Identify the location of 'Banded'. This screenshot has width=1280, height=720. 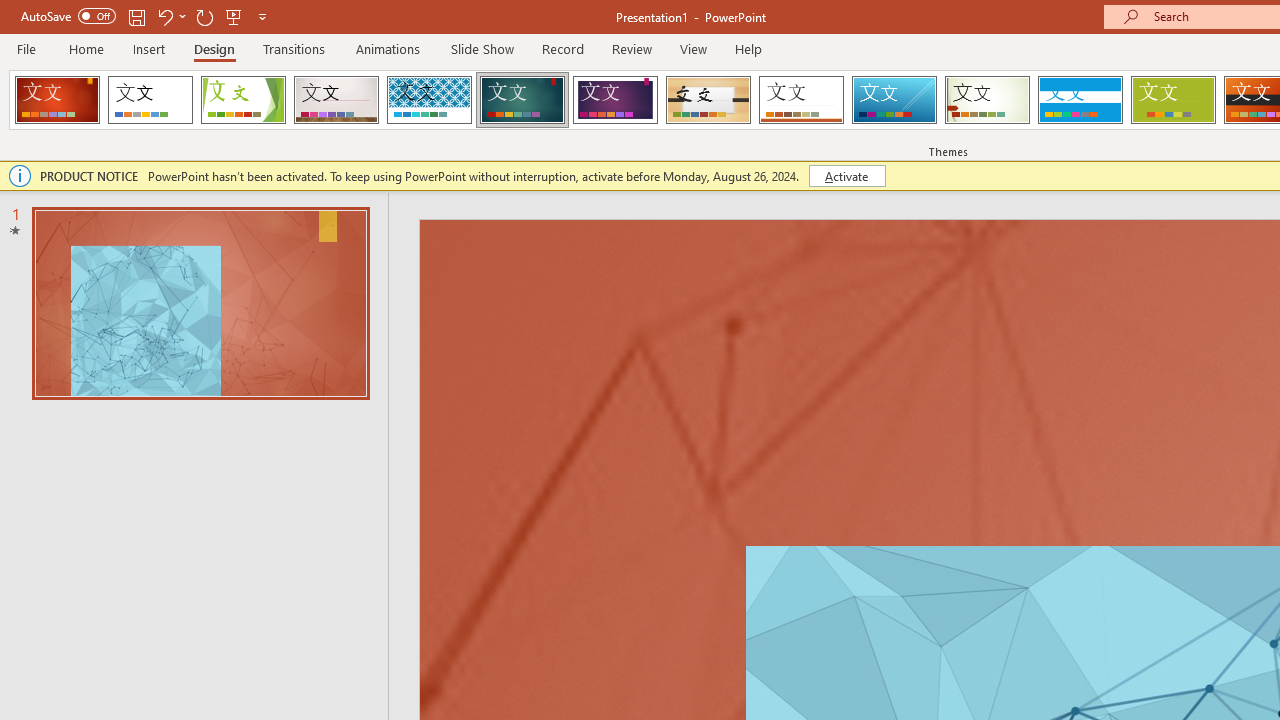
(1079, 100).